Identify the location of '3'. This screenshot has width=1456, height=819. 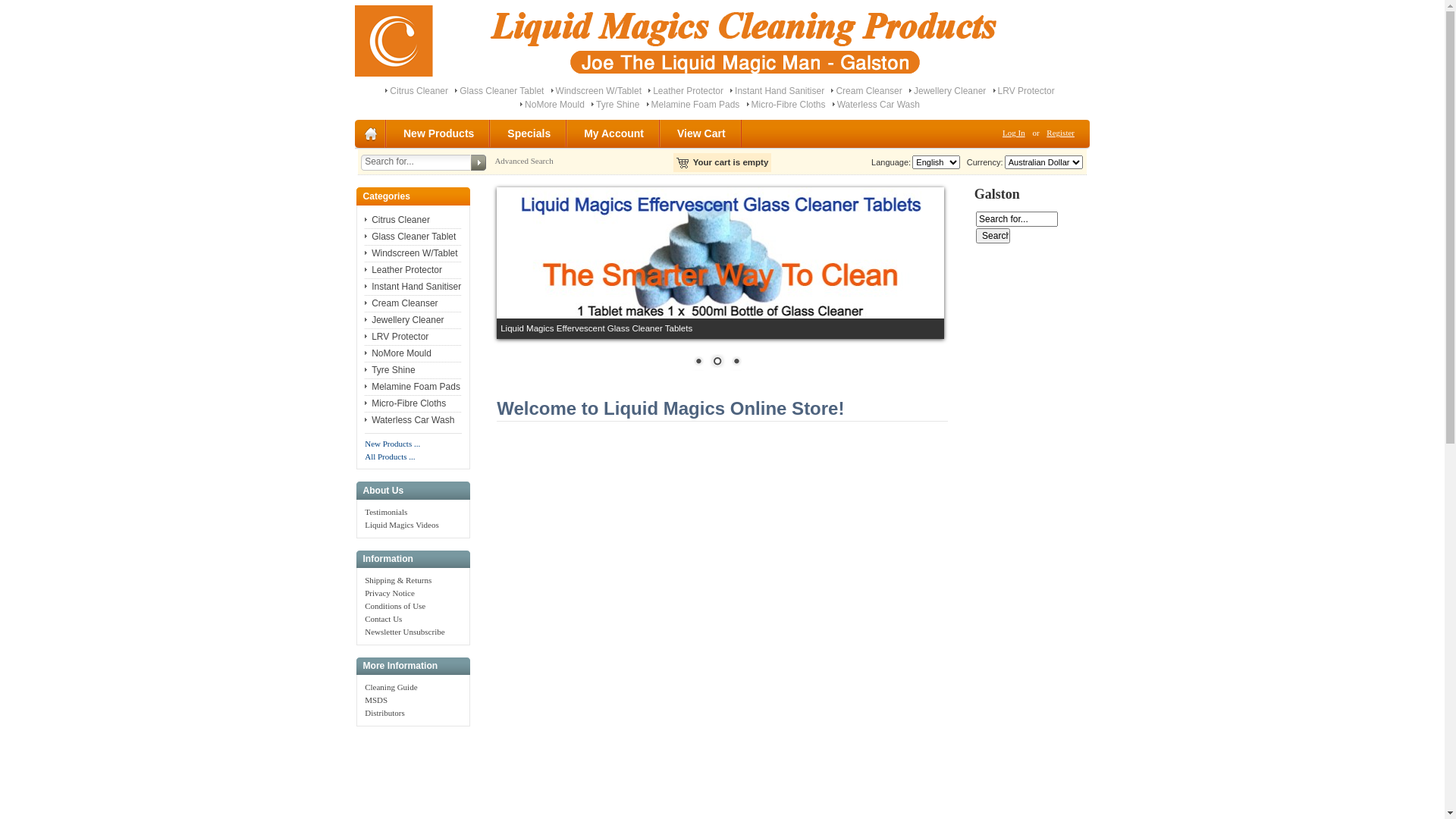
(728, 362).